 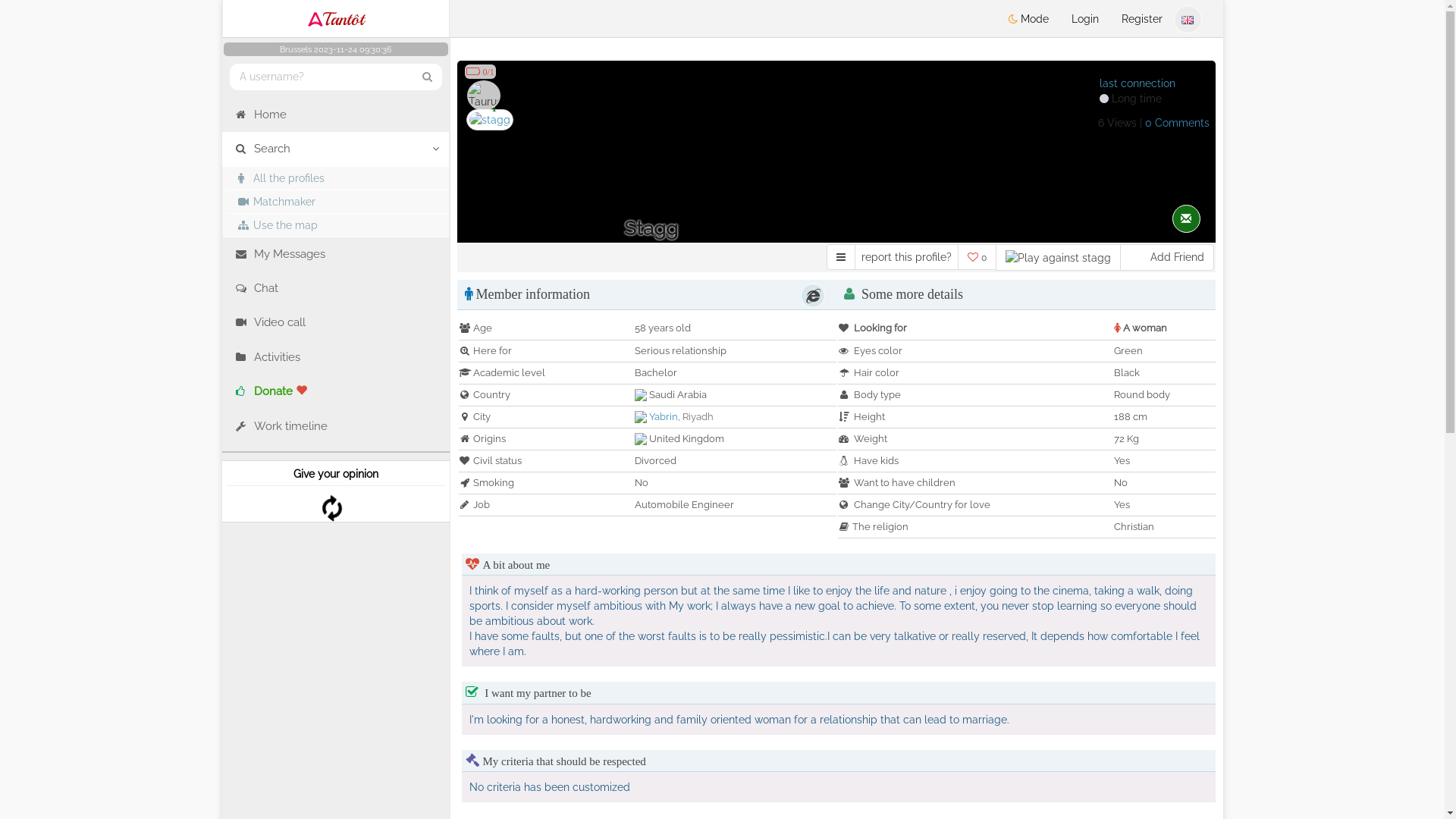 I want to click on 'Work timeline', so click(x=334, y=426).